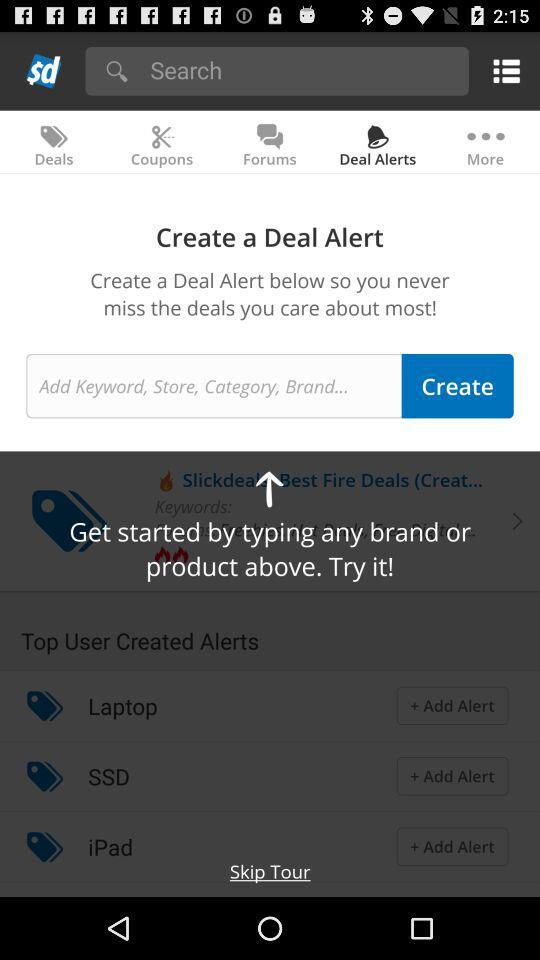  I want to click on search for a deal, so click(212, 384).